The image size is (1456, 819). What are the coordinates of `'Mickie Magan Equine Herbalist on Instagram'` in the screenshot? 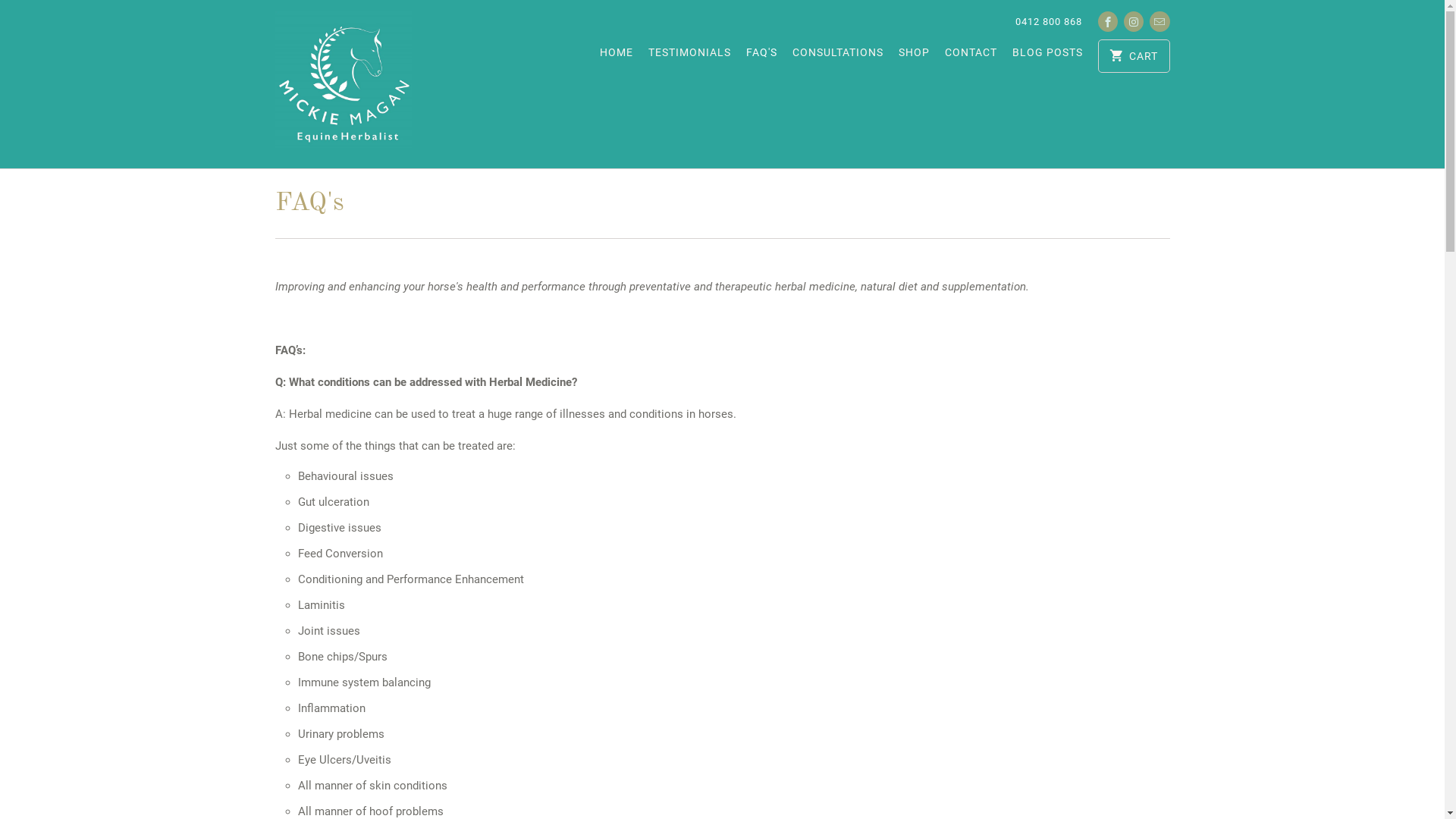 It's located at (1133, 21).